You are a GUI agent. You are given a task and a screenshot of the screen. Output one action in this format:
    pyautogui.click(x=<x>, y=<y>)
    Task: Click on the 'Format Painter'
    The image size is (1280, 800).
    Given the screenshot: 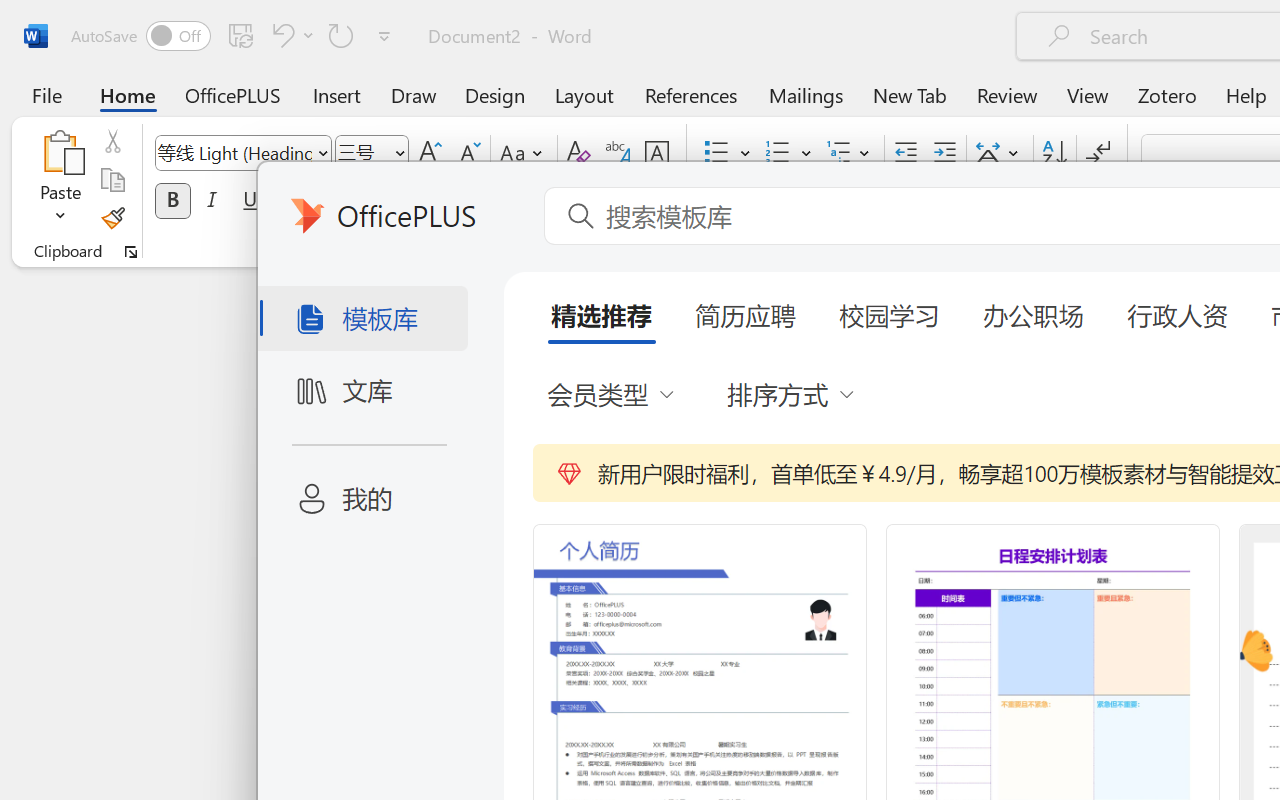 What is the action you would take?
    pyautogui.click(x=111, y=218)
    